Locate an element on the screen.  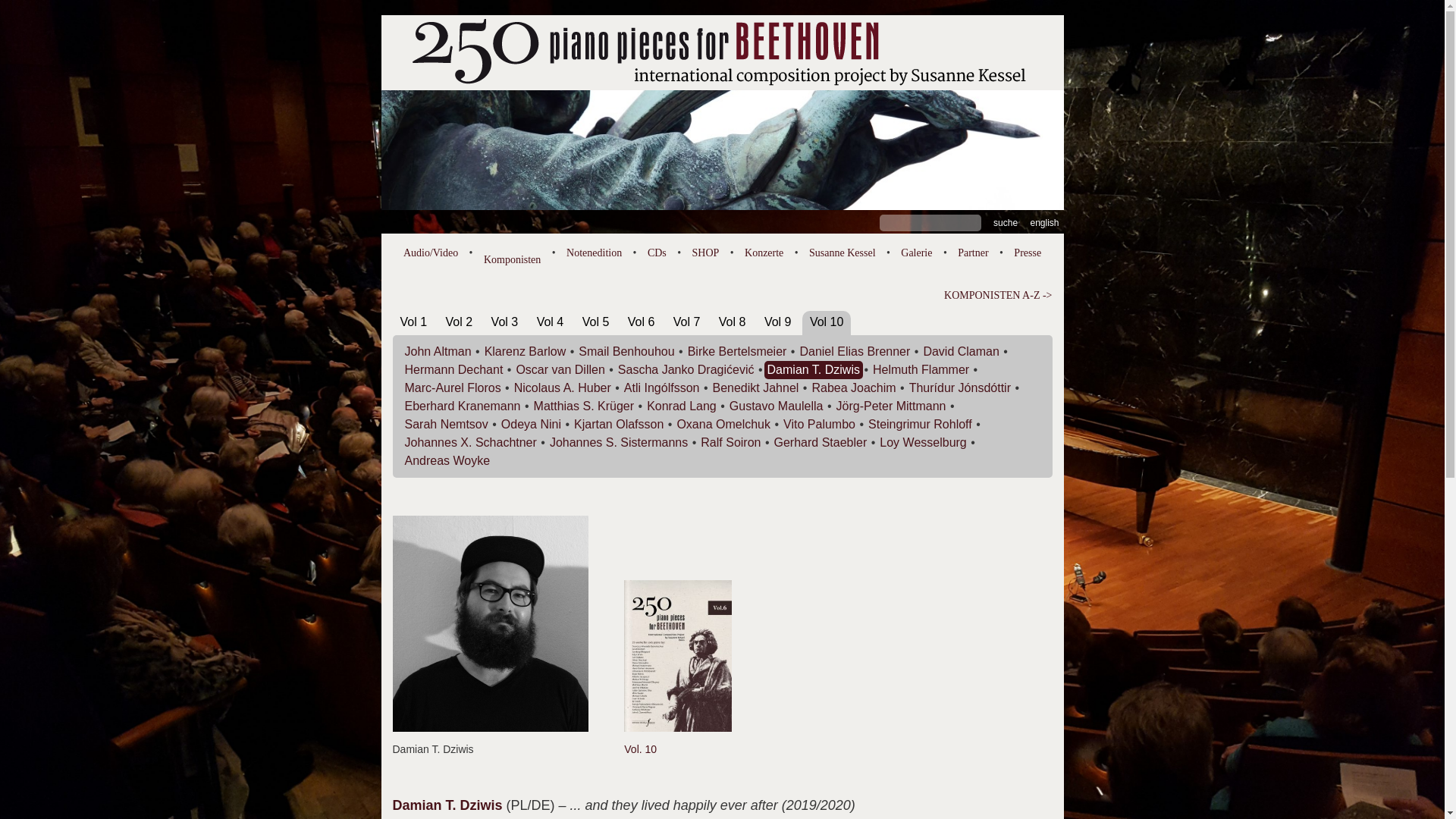
'SHOP' is located at coordinates (705, 252).